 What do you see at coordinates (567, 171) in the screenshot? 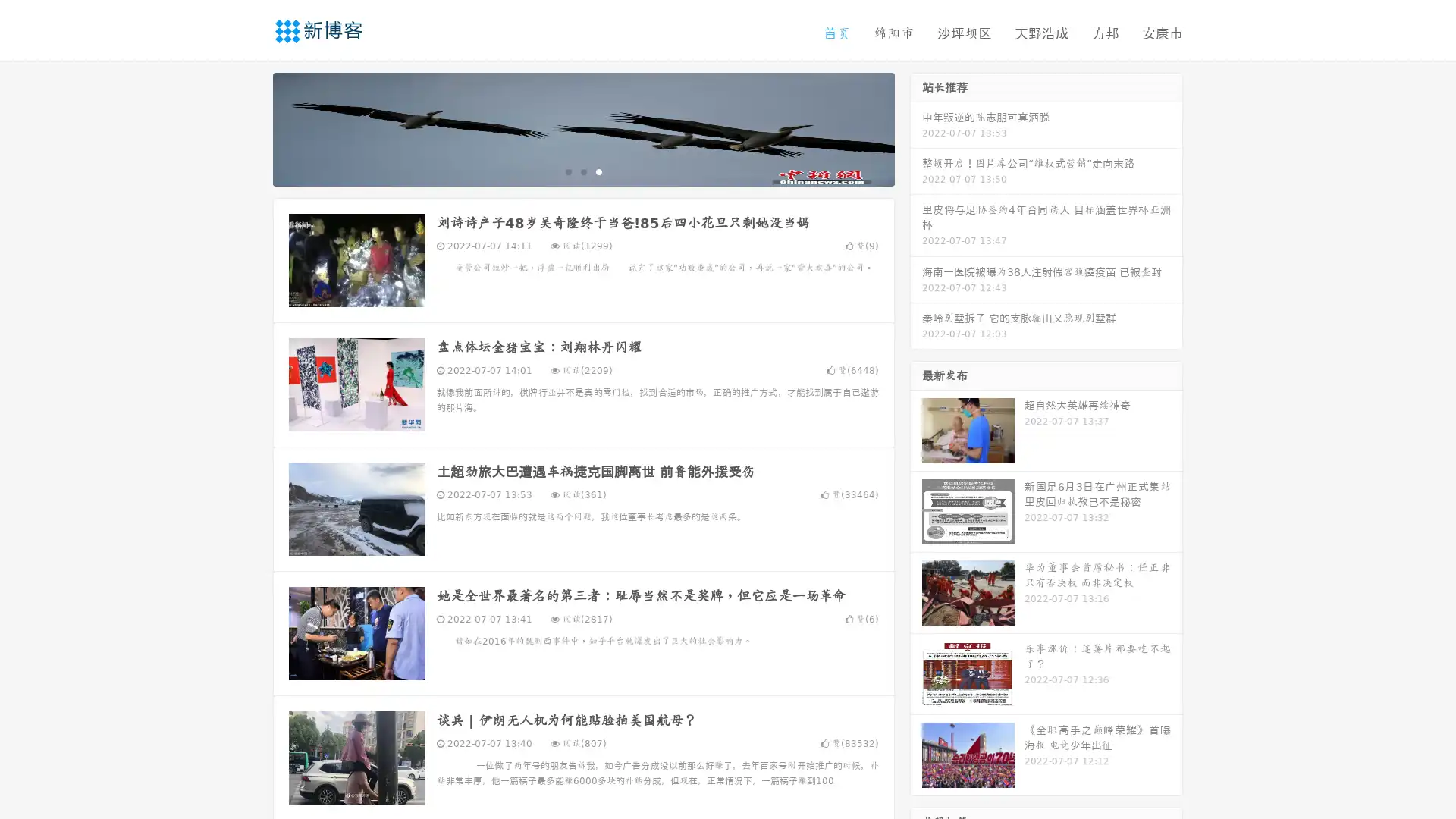
I see `Go to slide 1` at bounding box center [567, 171].